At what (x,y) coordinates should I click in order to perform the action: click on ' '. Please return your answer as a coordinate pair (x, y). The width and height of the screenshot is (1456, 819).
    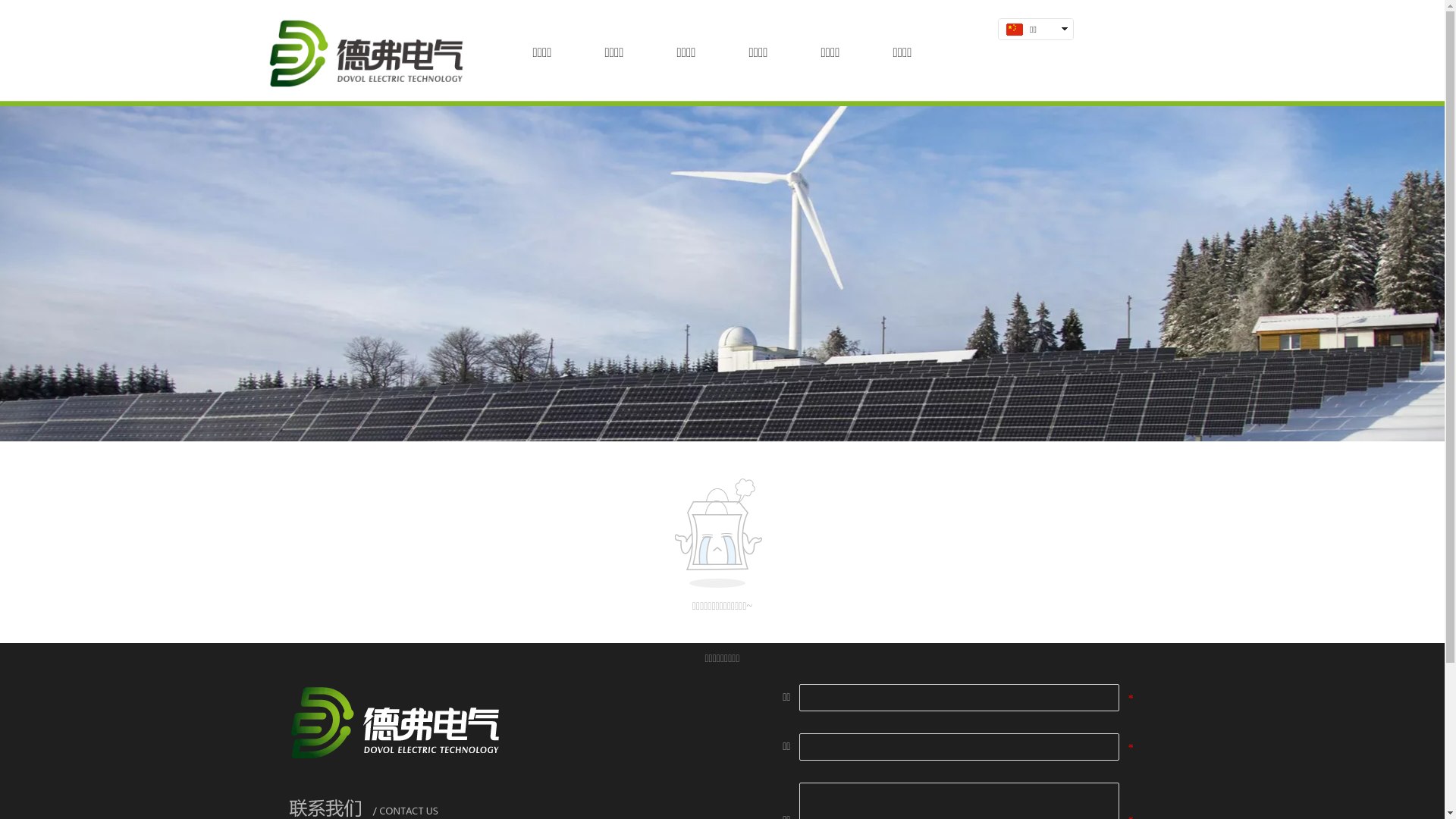
    Looking at the image, I should click on (1031, 49).